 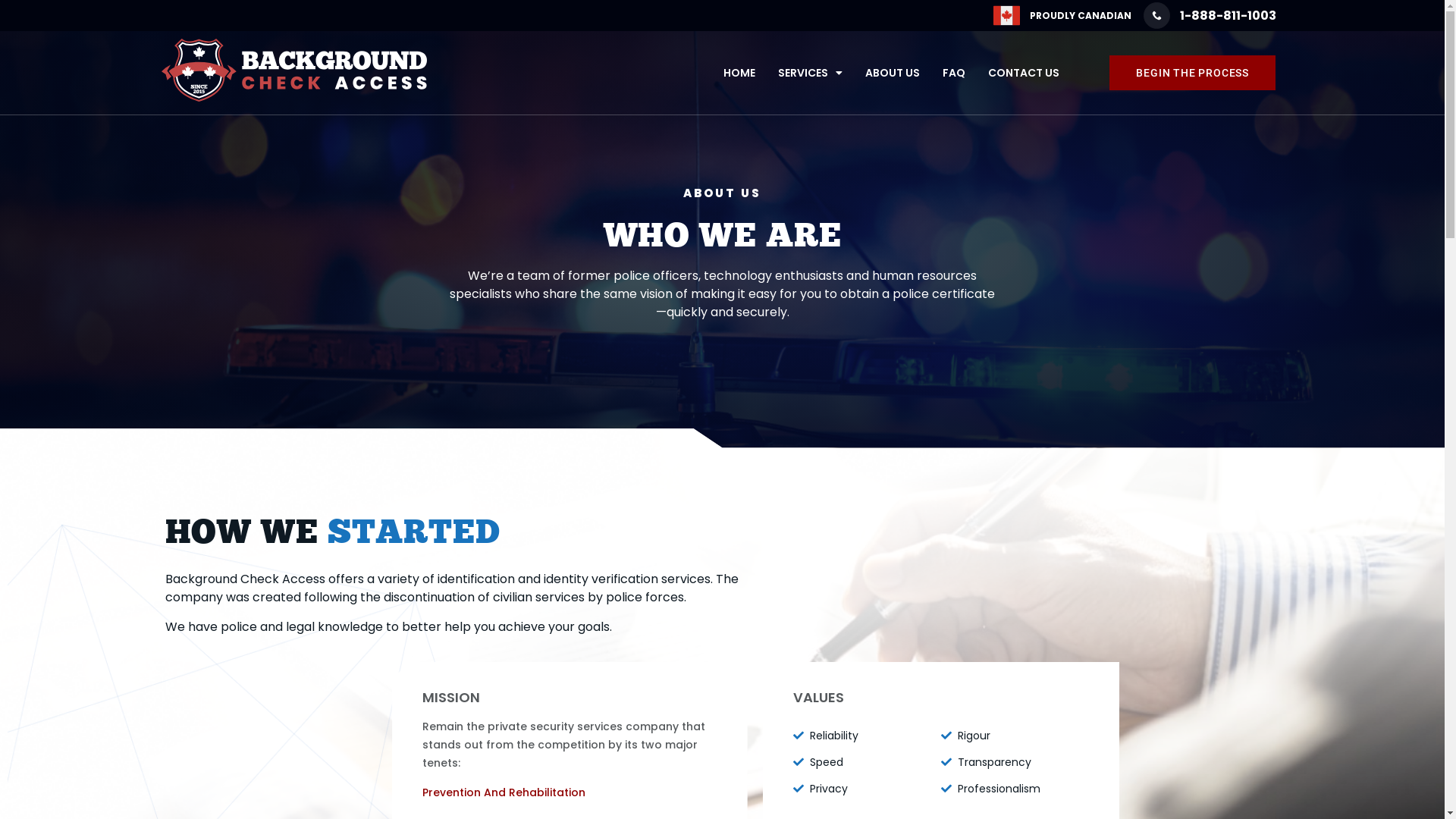 I want to click on 'HOME', so click(x=739, y=73).